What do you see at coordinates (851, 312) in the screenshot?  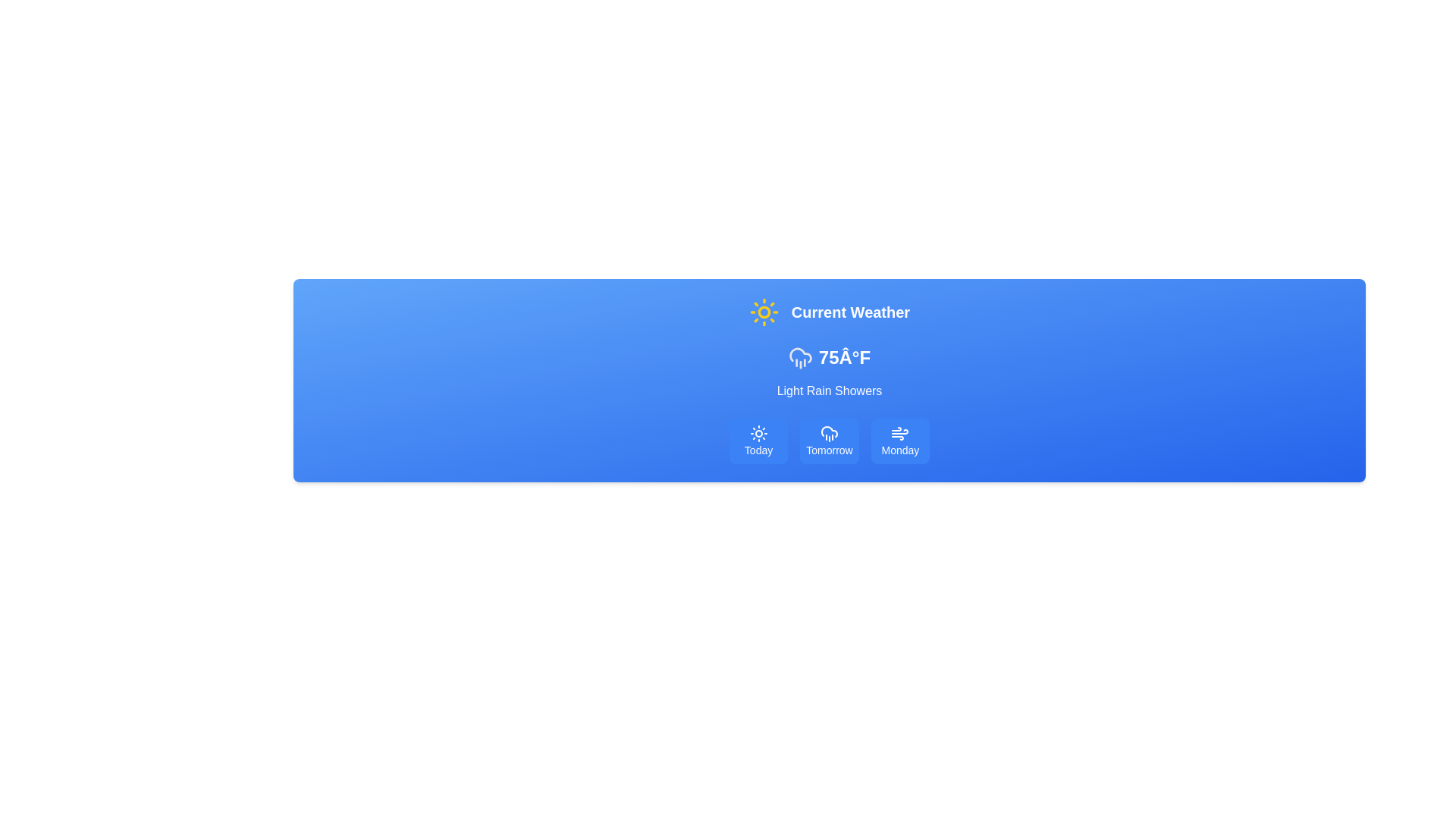 I see `the Text header that serves as a descriptive title for the current weather information, located at the top center of the component, slightly above the temperature and weather condition text` at bounding box center [851, 312].